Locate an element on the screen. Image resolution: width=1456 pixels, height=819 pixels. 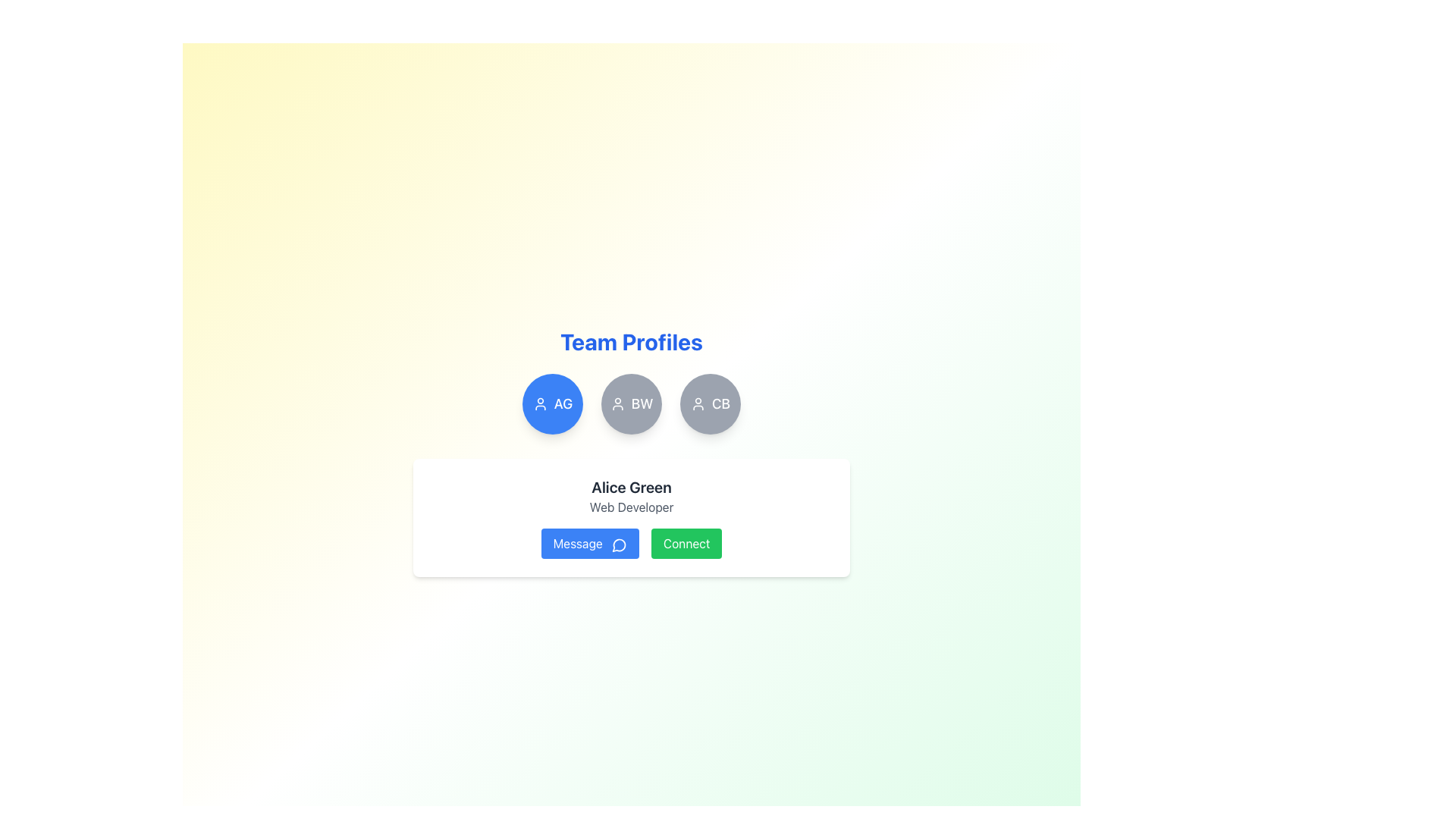
the green 'Connect' button is located at coordinates (686, 543).